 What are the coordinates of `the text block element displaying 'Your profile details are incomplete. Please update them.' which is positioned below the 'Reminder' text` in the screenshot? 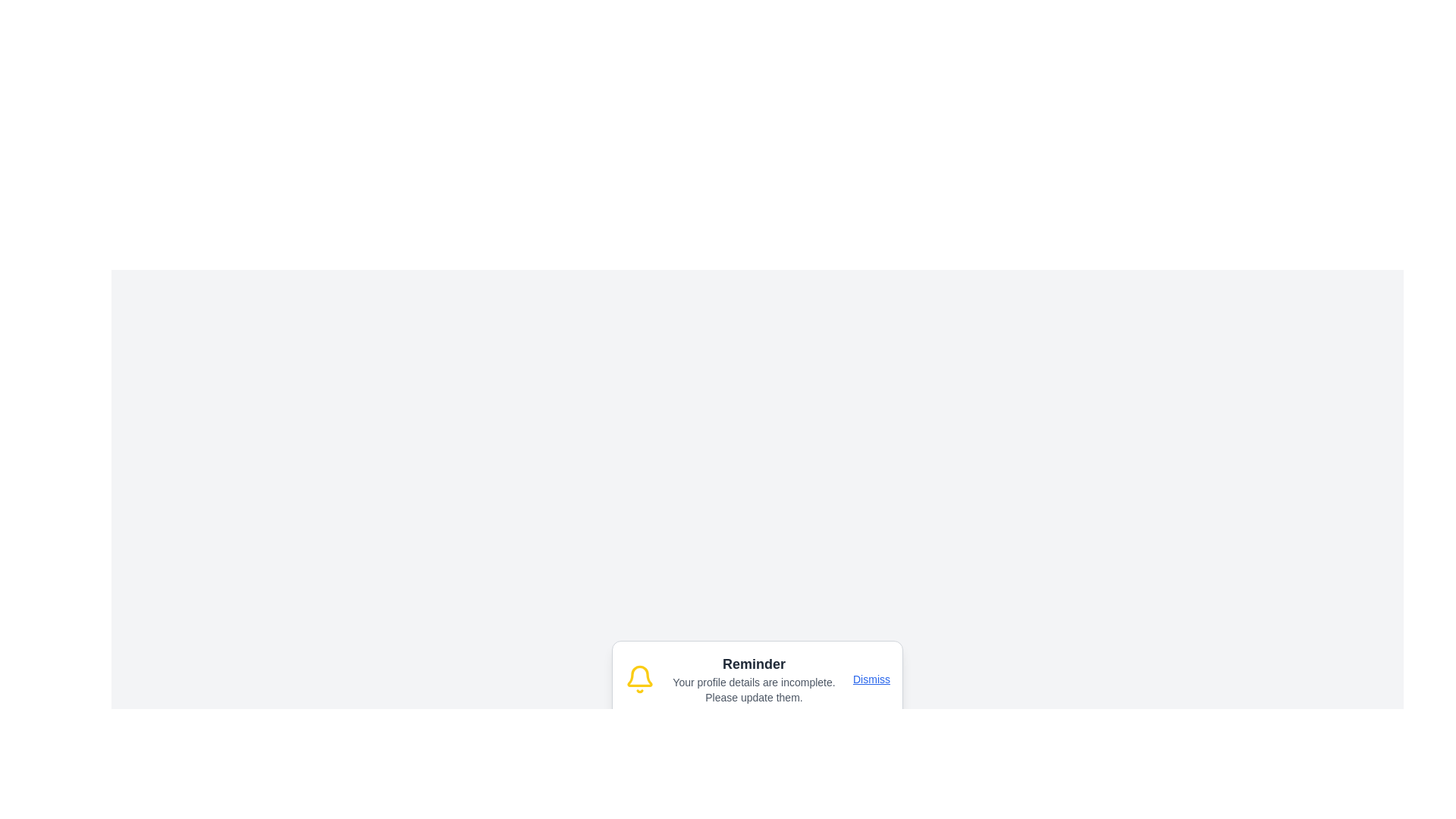 It's located at (754, 690).